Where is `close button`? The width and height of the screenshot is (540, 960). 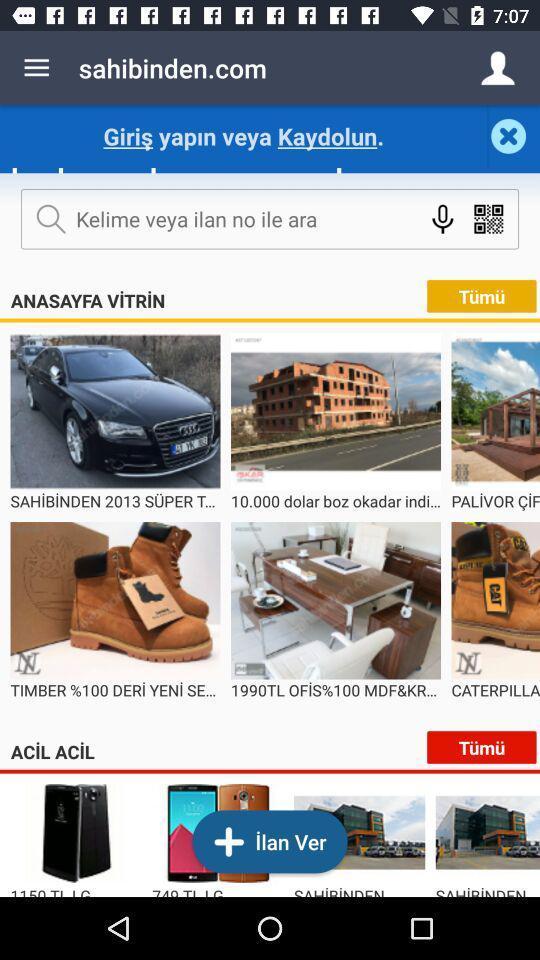 close button is located at coordinates (514, 135).